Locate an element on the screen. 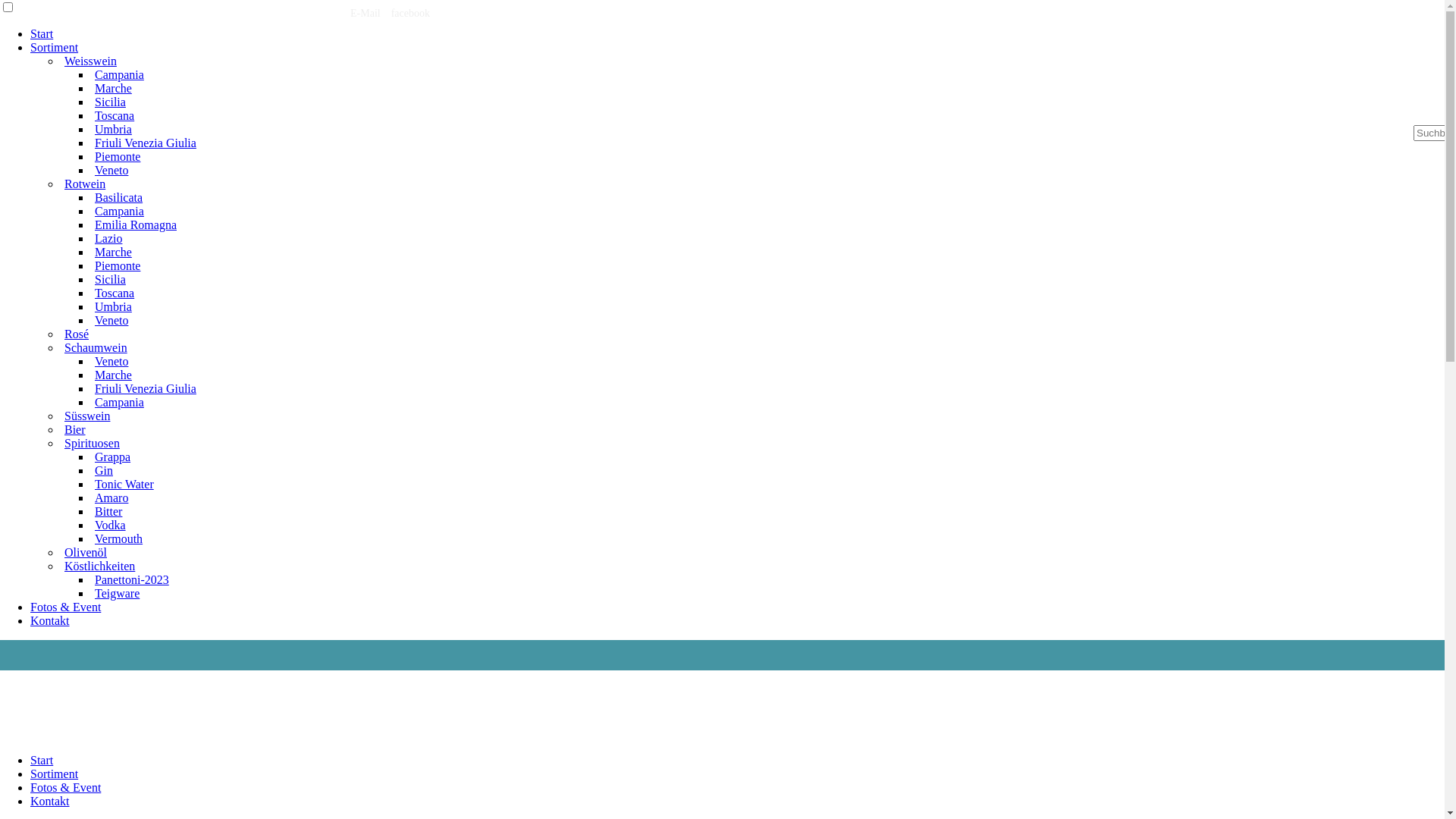 Image resolution: width=1456 pixels, height=819 pixels. 'Friuli Venezia Giulia' is located at coordinates (146, 143).